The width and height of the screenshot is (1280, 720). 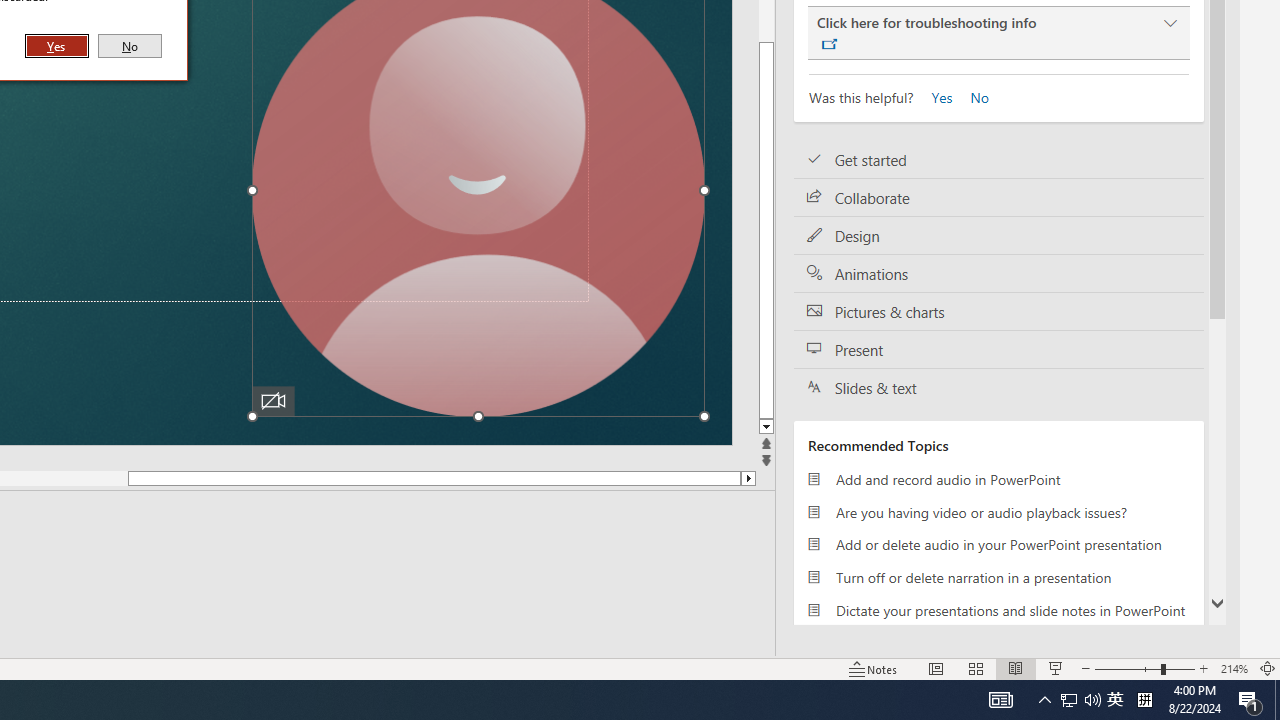 I want to click on 'Click here for troubleshooting info', so click(x=999, y=33).